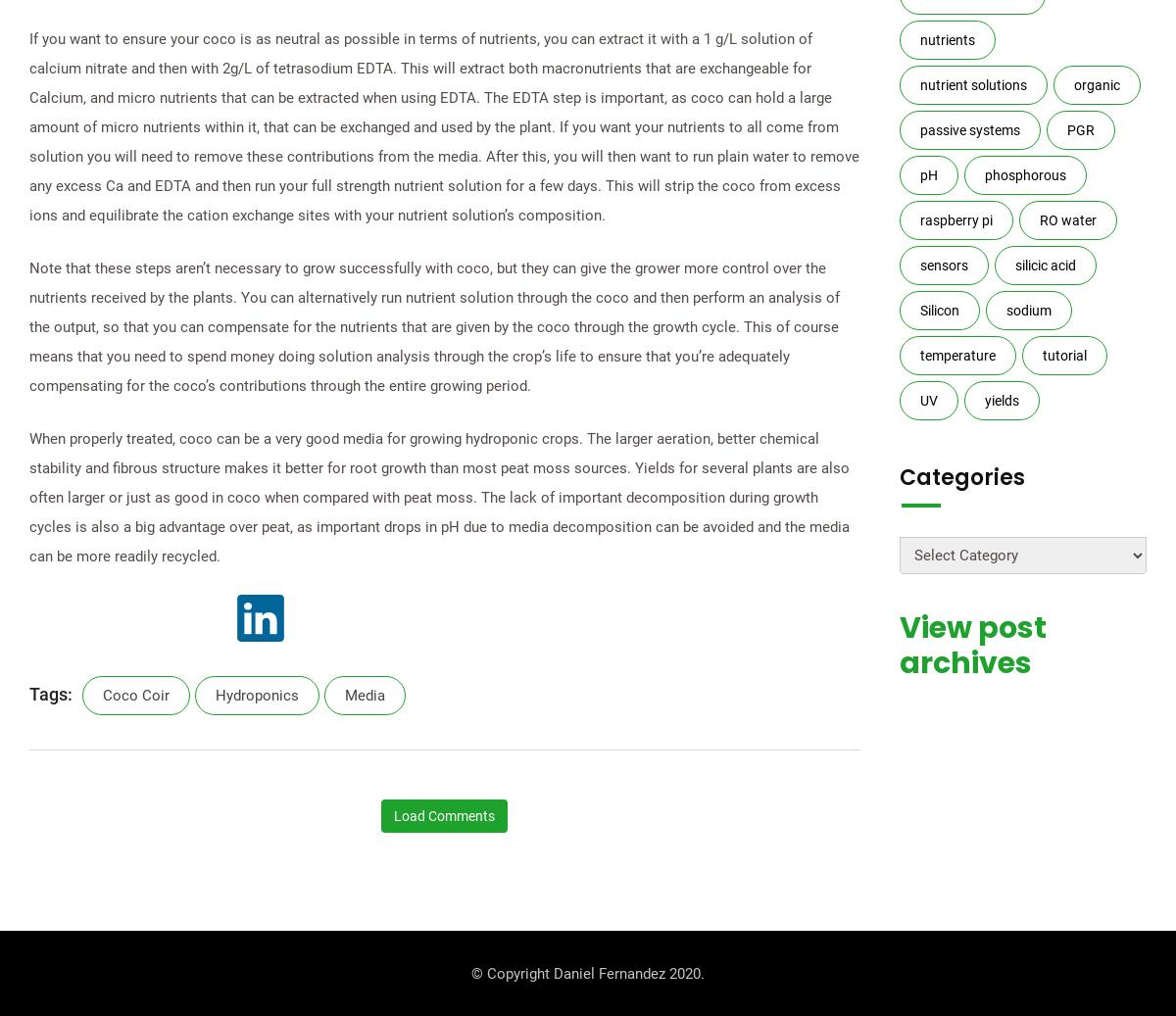 This screenshot has width=1176, height=1016. What do you see at coordinates (1028, 310) in the screenshot?
I see `'sodium'` at bounding box center [1028, 310].